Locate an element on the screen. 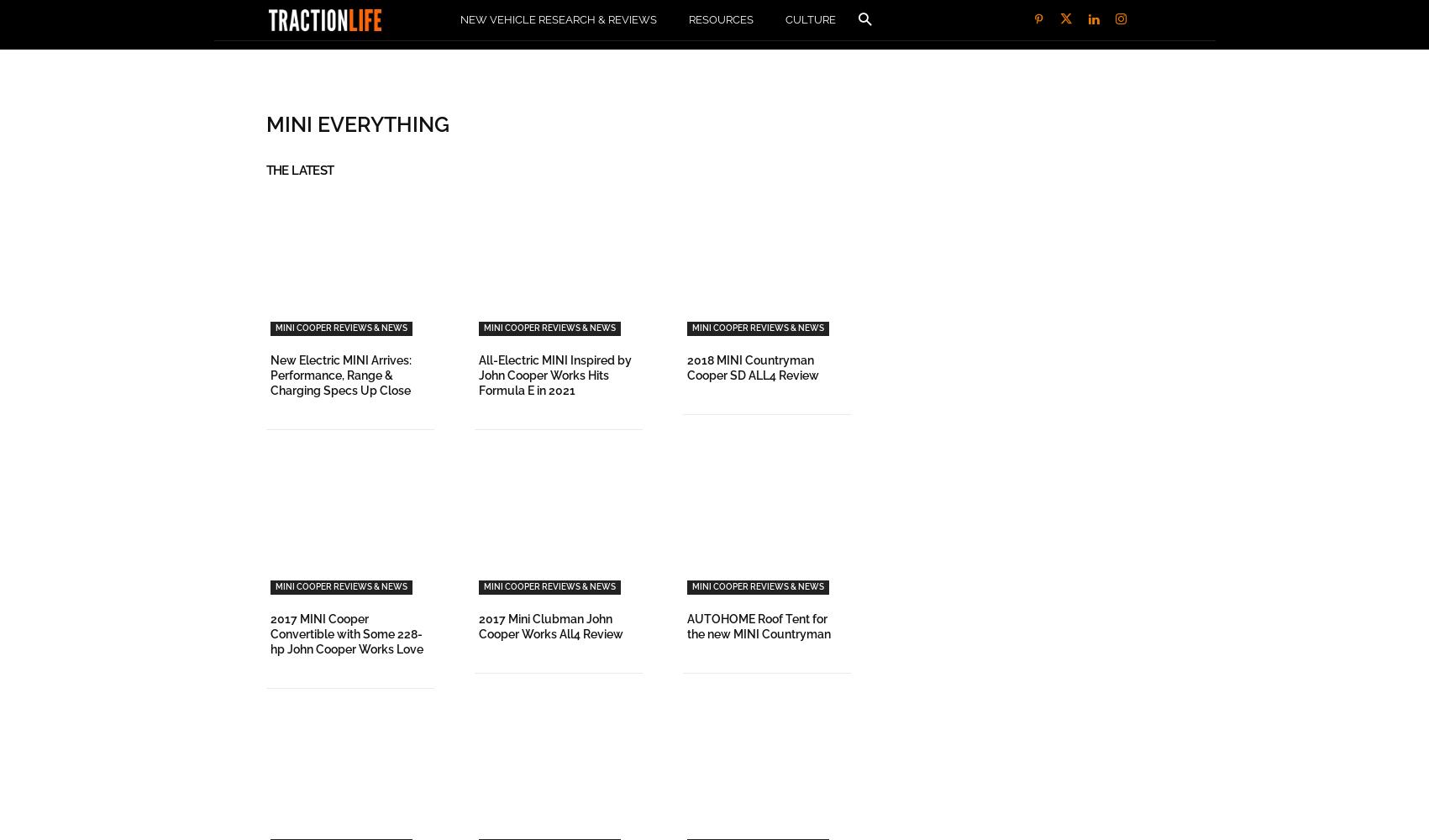 The width and height of the screenshot is (1429, 840). 'New Electric MINI Arrives: Performance, Range & Charging Specs Up Close' is located at coordinates (339, 374).